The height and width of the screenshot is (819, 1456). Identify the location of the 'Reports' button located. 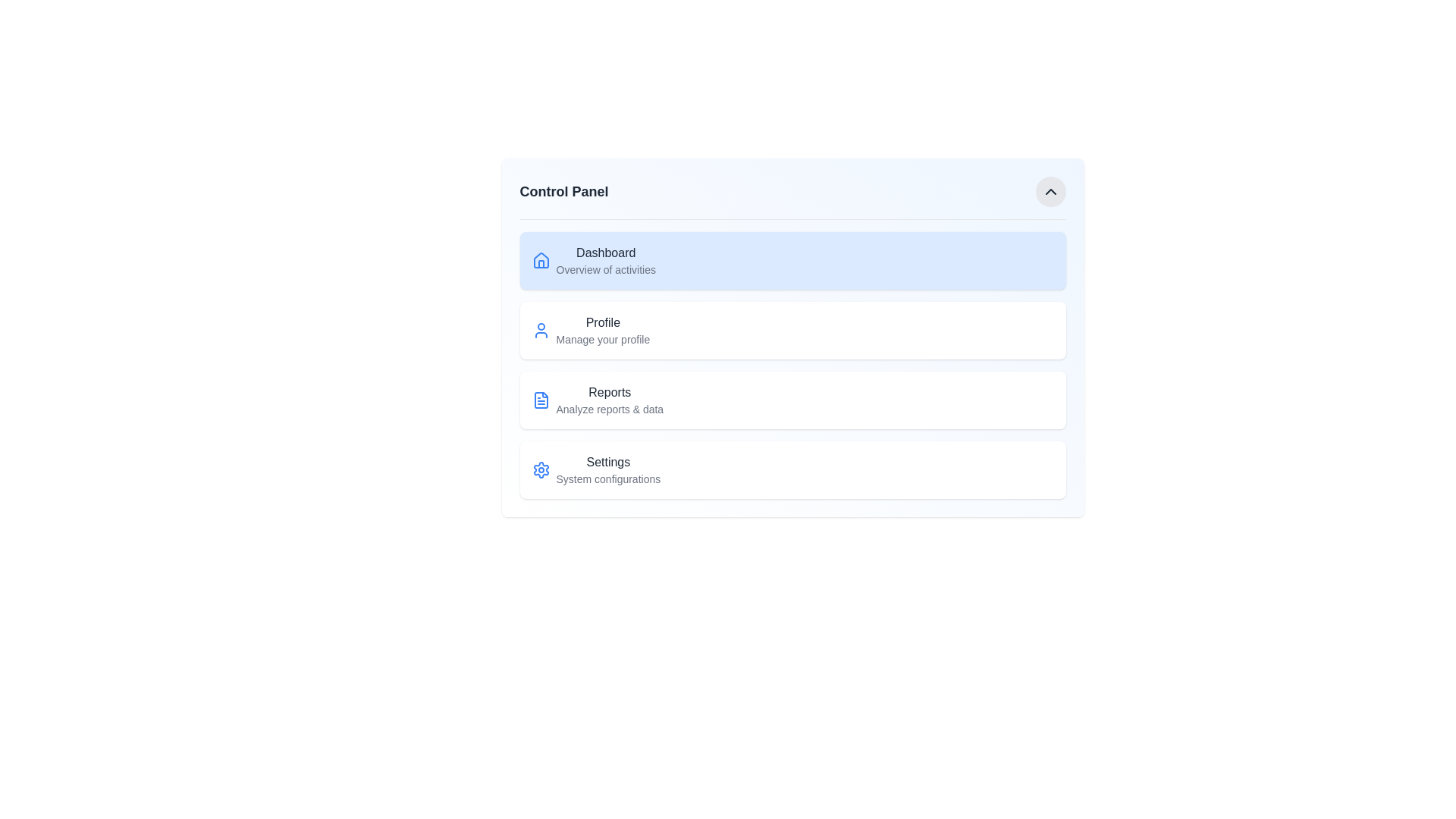
(610, 400).